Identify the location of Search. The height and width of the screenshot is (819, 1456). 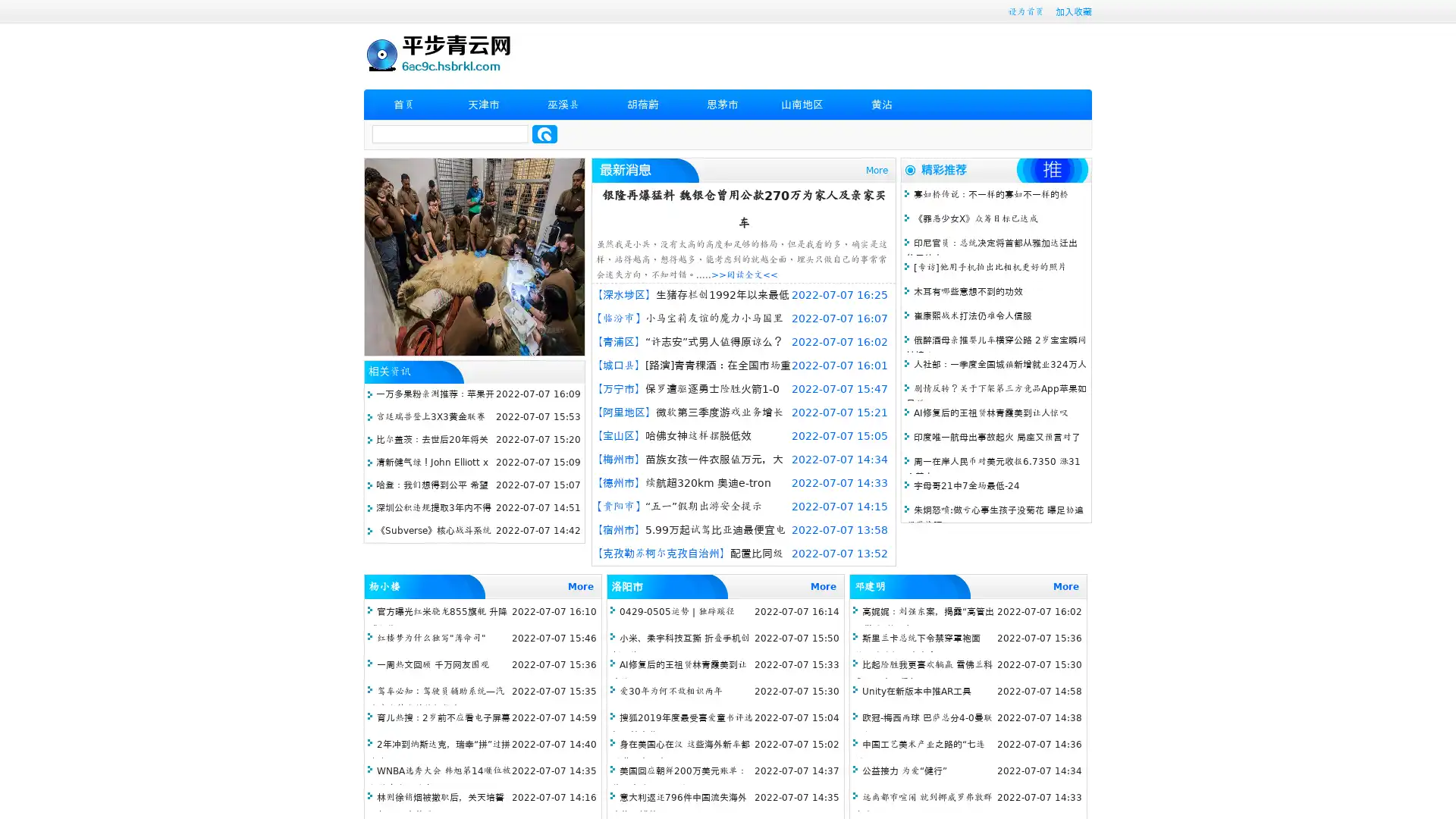
(544, 133).